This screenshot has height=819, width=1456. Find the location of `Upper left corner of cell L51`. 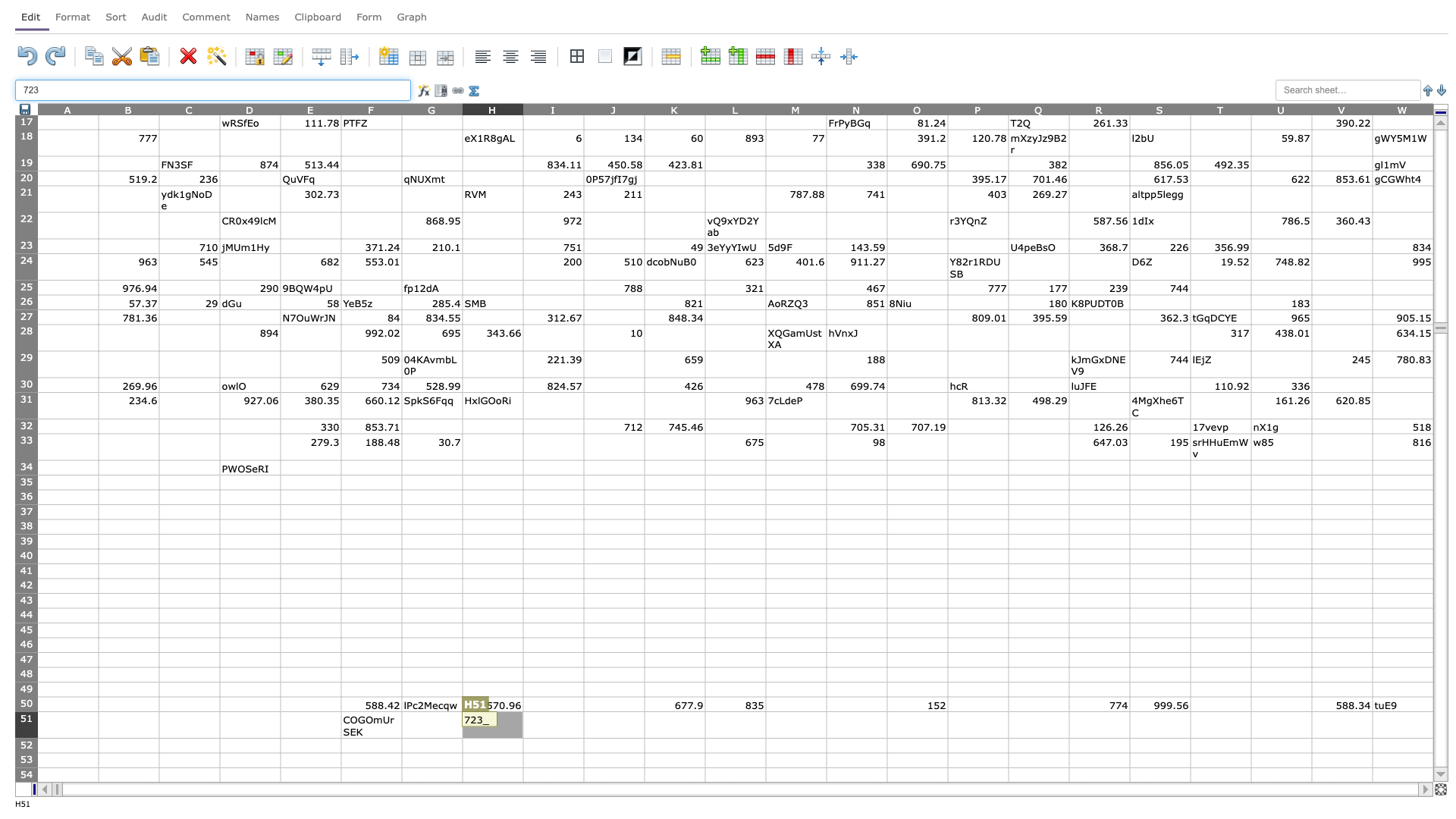

Upper left corner of cell L51 is located at coordinates (704, 711).